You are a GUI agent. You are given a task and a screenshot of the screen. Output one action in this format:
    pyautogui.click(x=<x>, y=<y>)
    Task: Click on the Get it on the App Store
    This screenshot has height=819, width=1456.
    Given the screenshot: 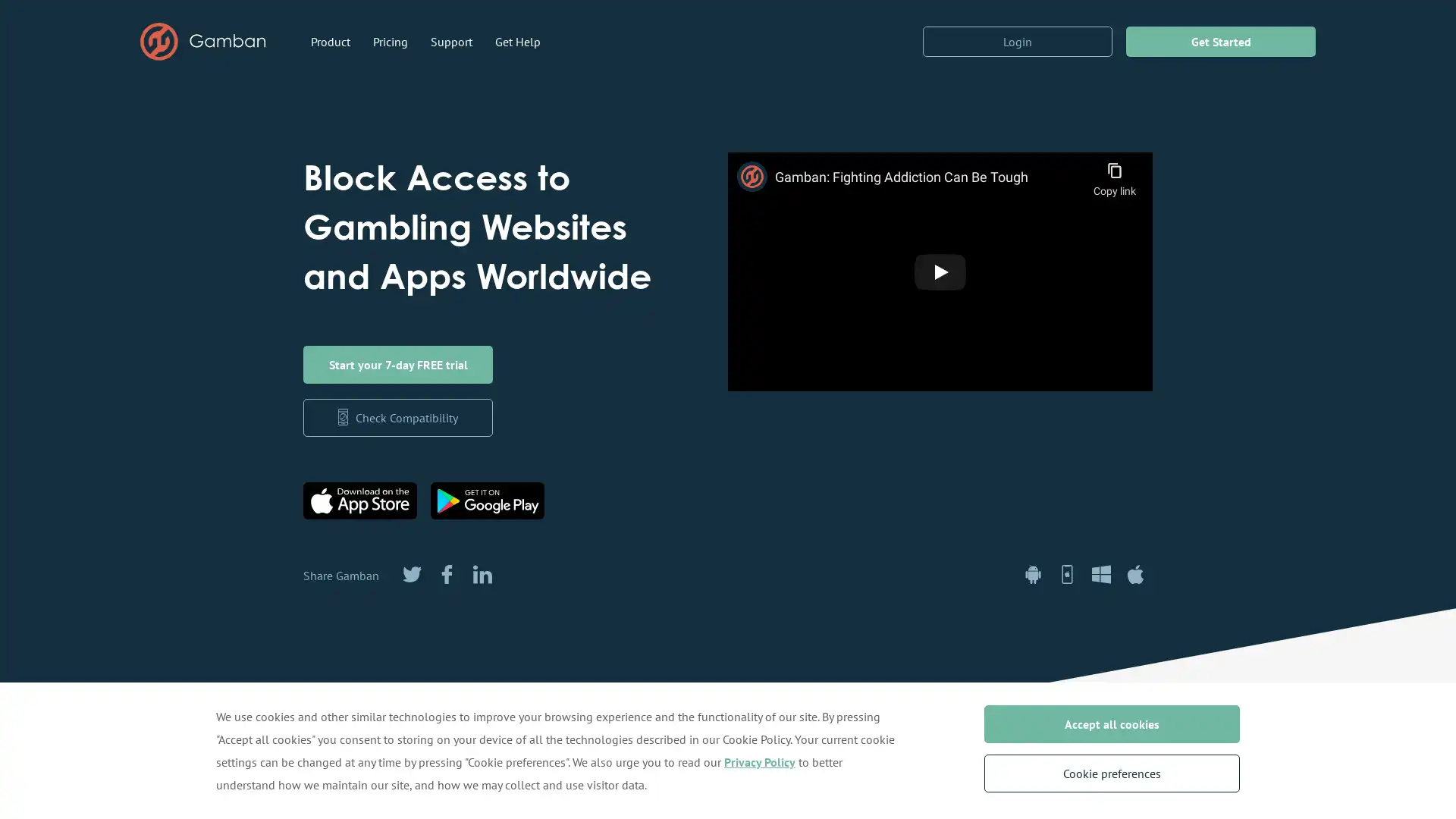 What is the action you would take?
    pyautogui.click(x=359, y=500)
    